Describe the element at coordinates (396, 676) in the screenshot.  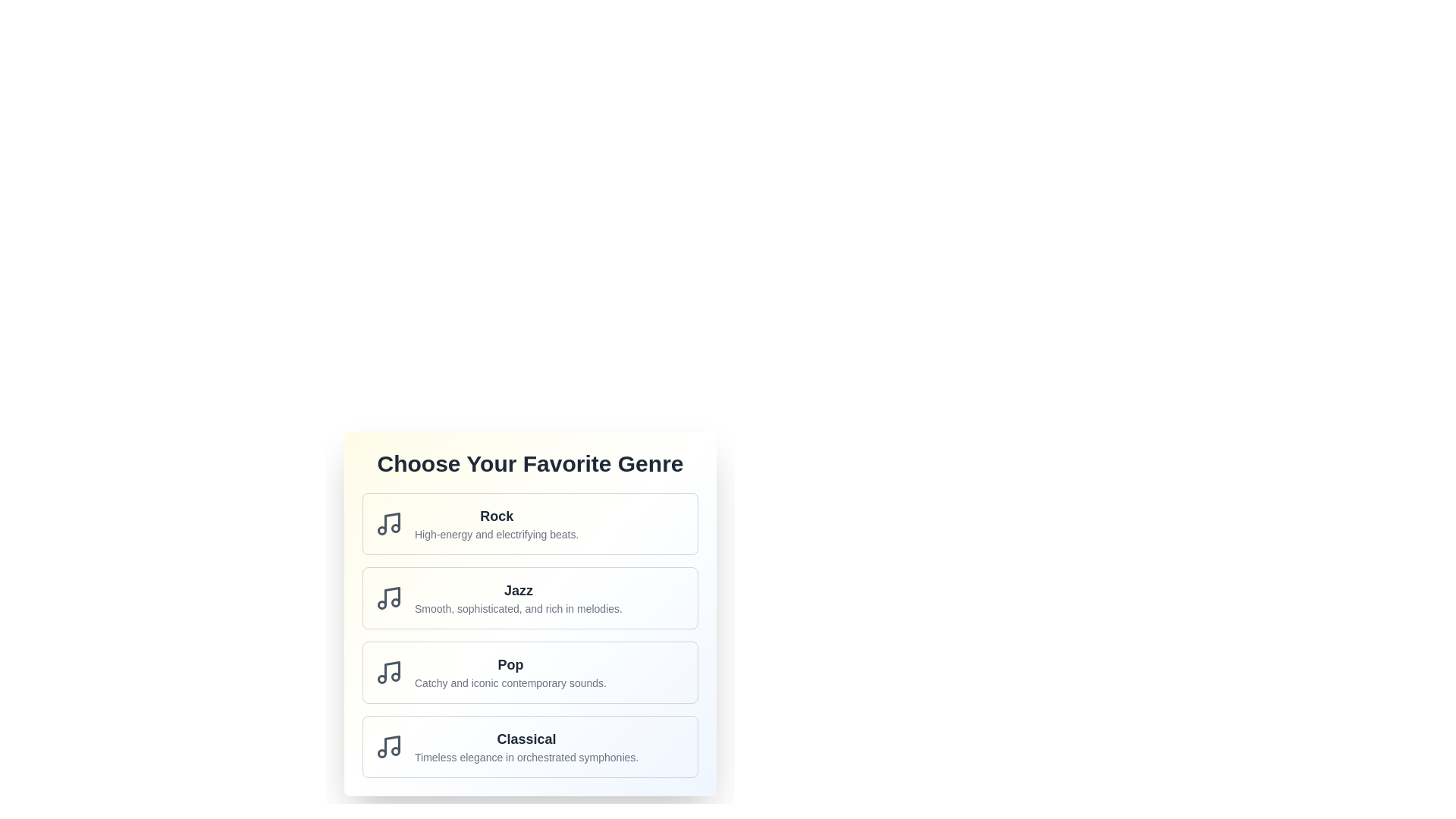
I see `the small circular graphic element inside the musical note icon representing the 'Pop' genre, which is located in the third list item of the genre selection interface` at that location.